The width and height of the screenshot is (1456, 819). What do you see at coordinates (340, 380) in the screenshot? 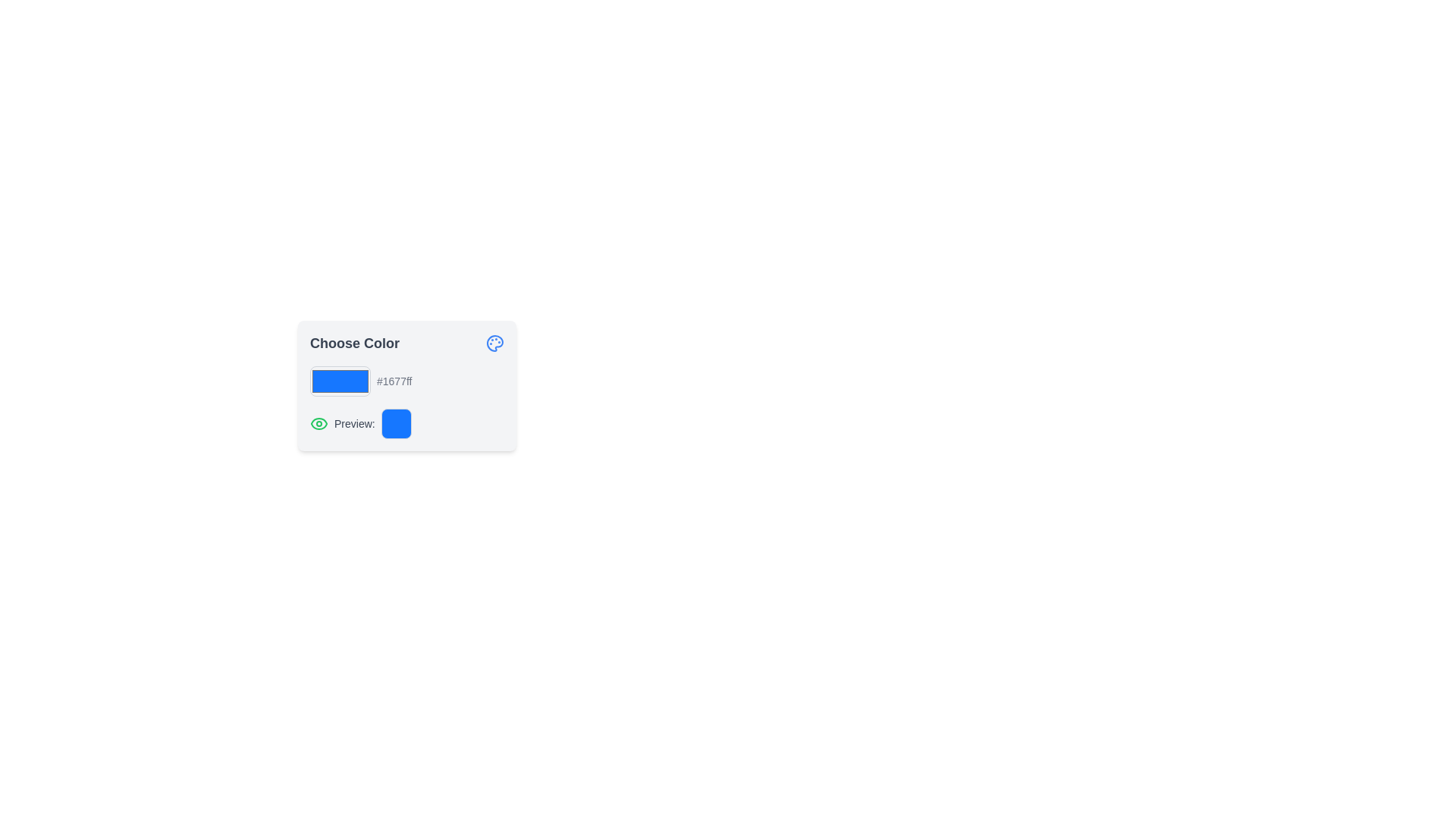
I see `the color picker input element to access input options for selecting or confirming the color represented by the code '#1677ff'` at bounding box center [340, 380].